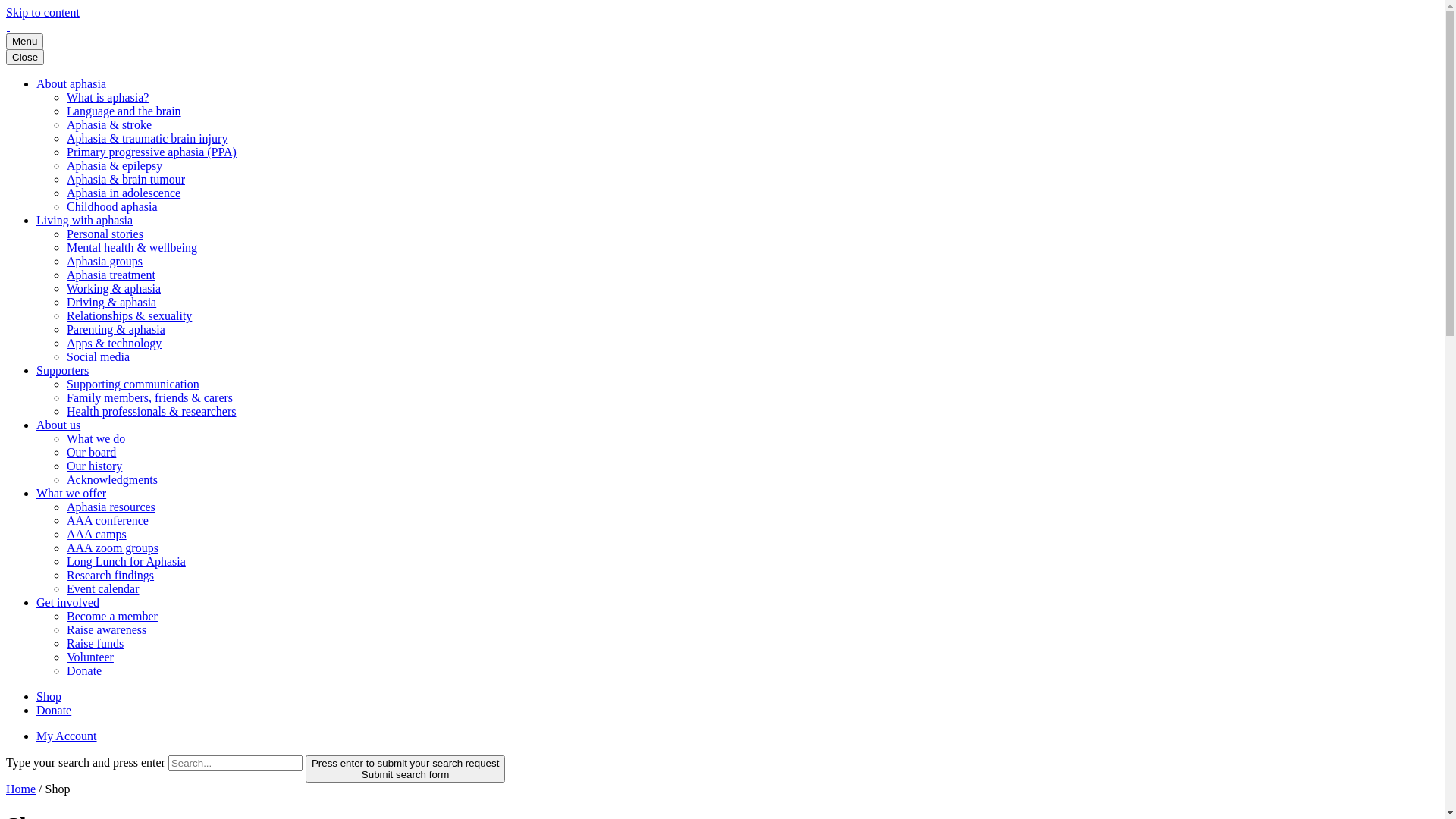  Describe the element at coordinates (108, 124) in the screenshot. I see `'Aphasia & stroke'` at that location.